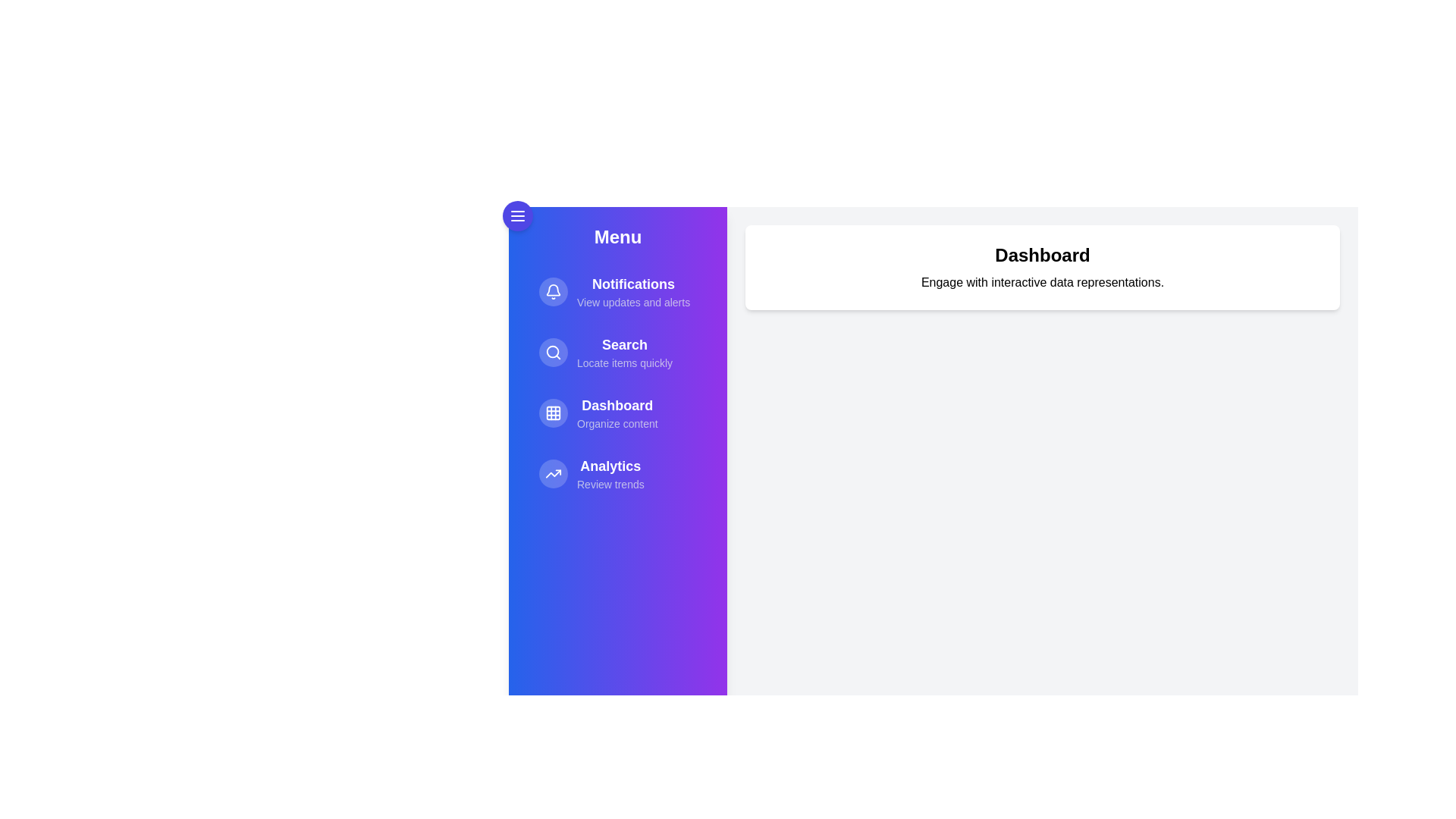 The height and width of the screenshot is (819, 1456). I want to click on the menu item Dashboard to navigate or perform its action, so click(618, 413).